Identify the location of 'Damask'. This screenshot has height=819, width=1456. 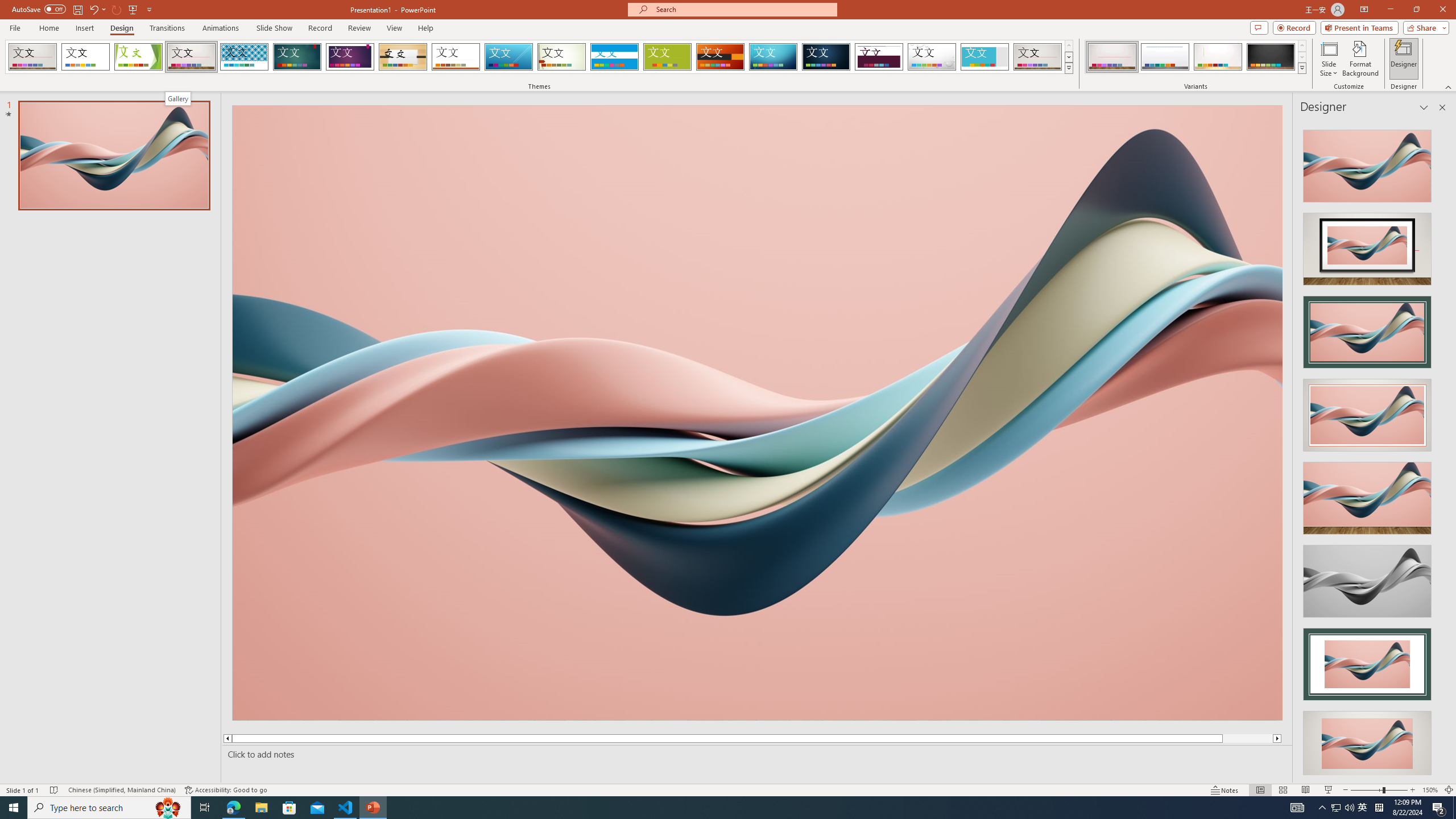
(825, 56).